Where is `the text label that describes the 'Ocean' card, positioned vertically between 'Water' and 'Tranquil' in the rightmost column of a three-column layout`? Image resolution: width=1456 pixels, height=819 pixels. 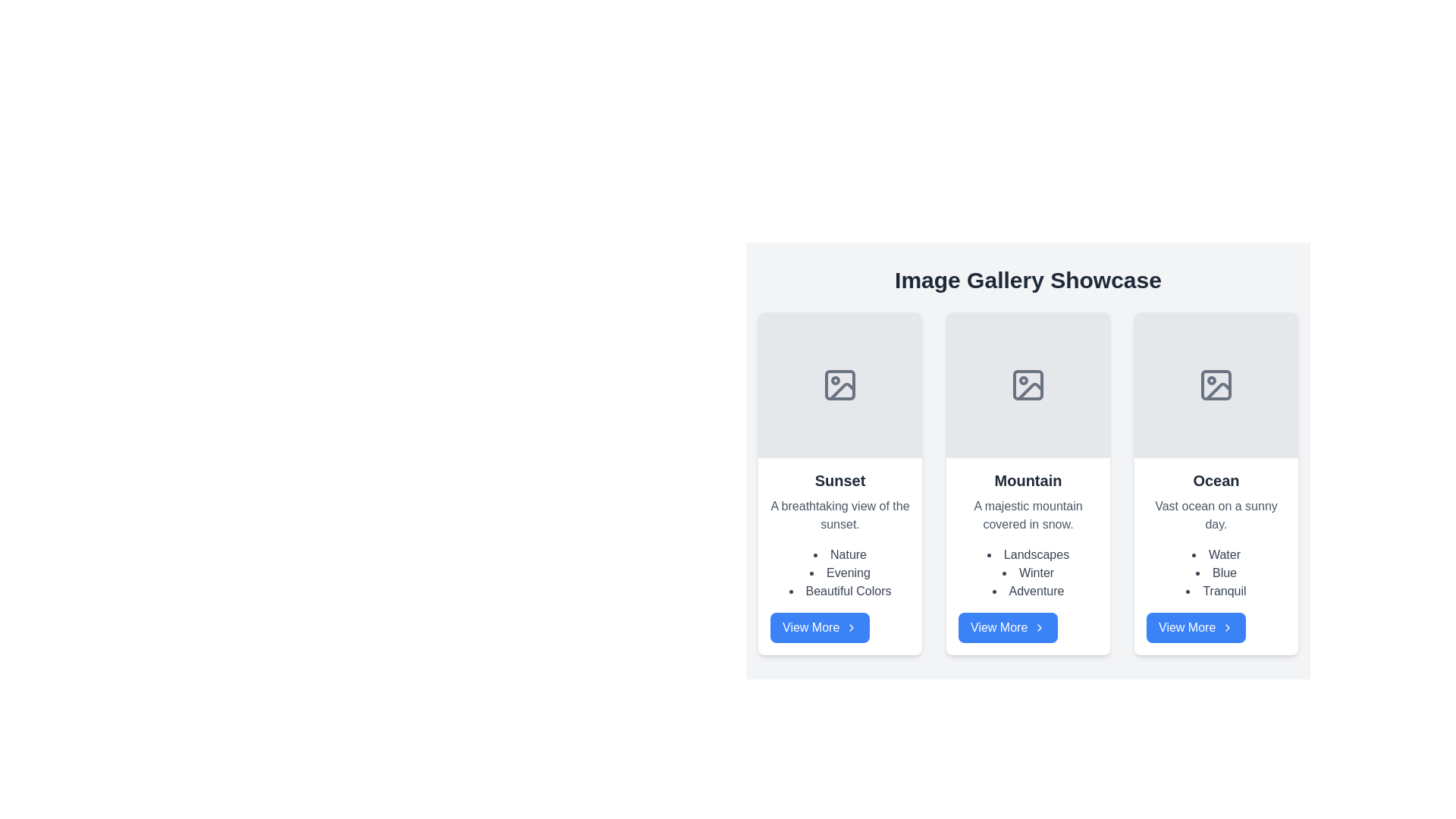
the text label that describes the 'Ocean' card, positioned vertically between 'Water' and 'Tranquil' in the rightmost column of a three-column layout is located at coordinates (1216, 573).